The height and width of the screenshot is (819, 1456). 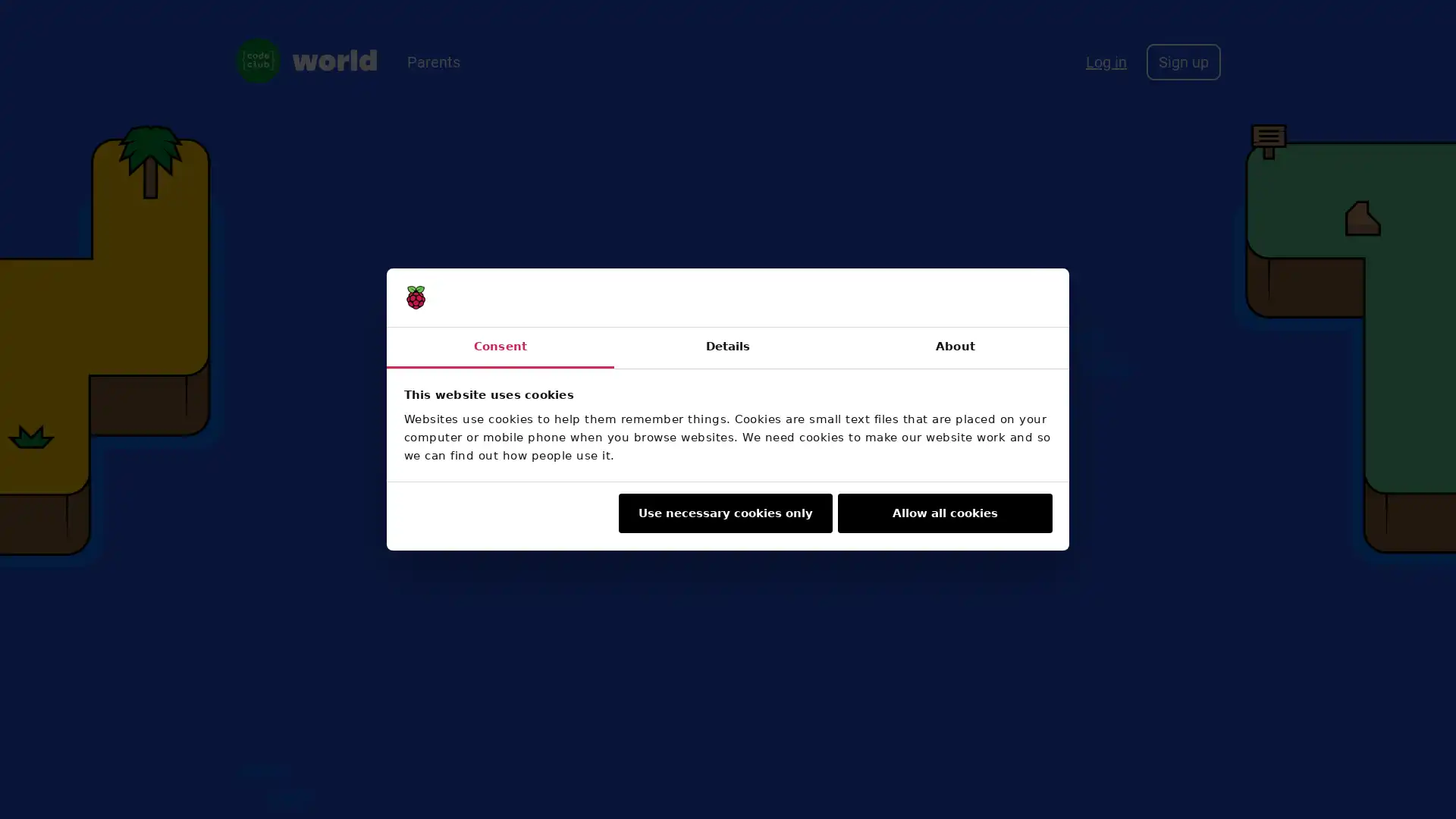 I want to click on Allow all cookies, so click(x=944, y=513).